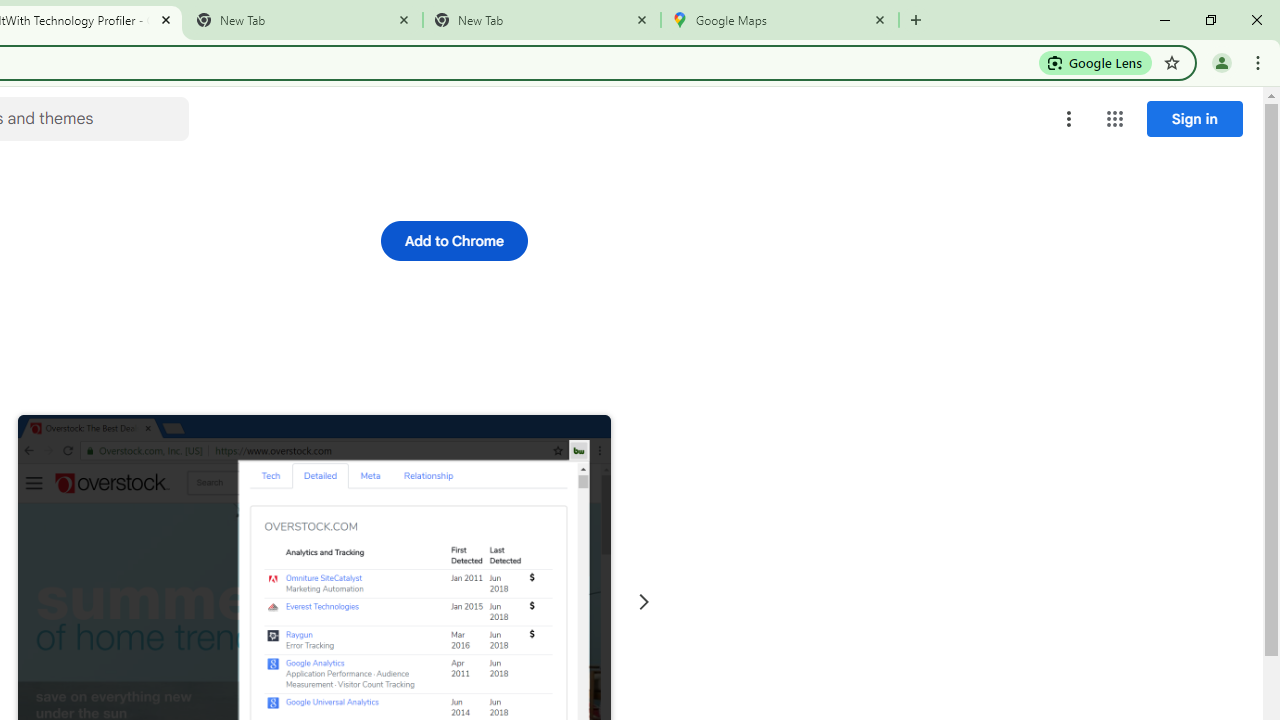  I want to click on 'Add to Chrome', so click(452, 239).